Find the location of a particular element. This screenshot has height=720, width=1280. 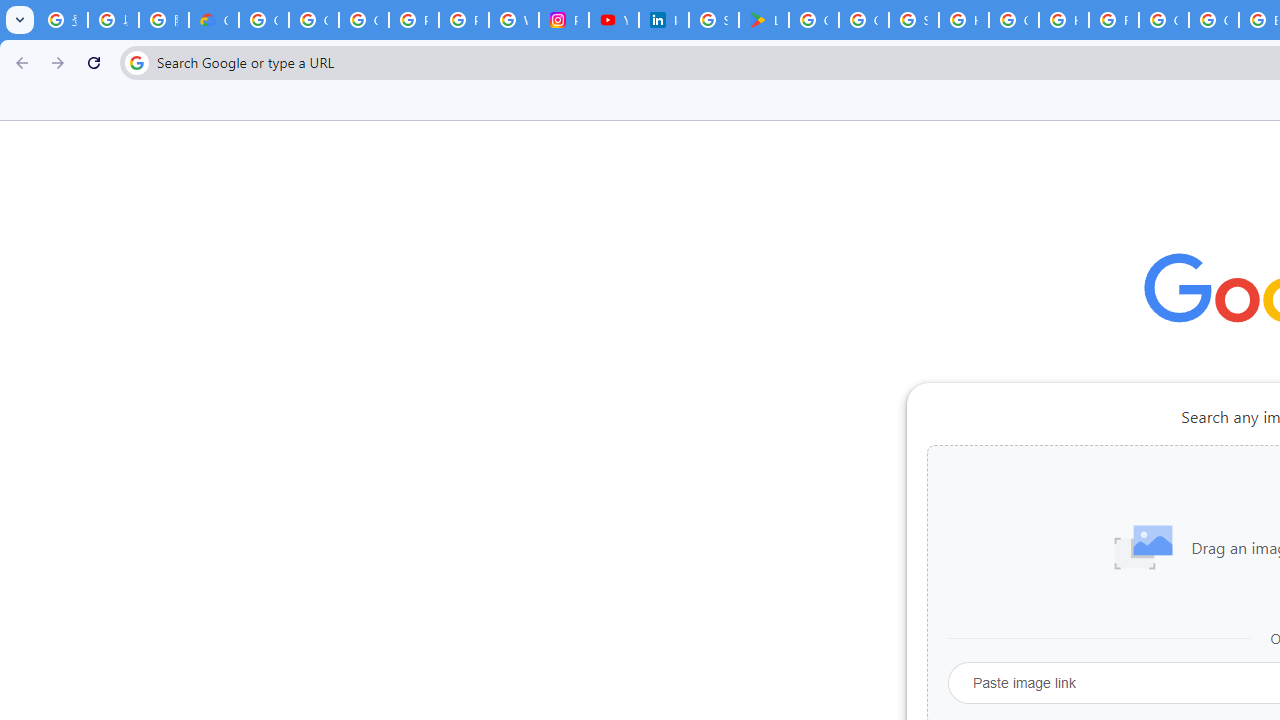

'How do I create a new Google Account? - Google Account Help' is located at coordinates (1063, 20).